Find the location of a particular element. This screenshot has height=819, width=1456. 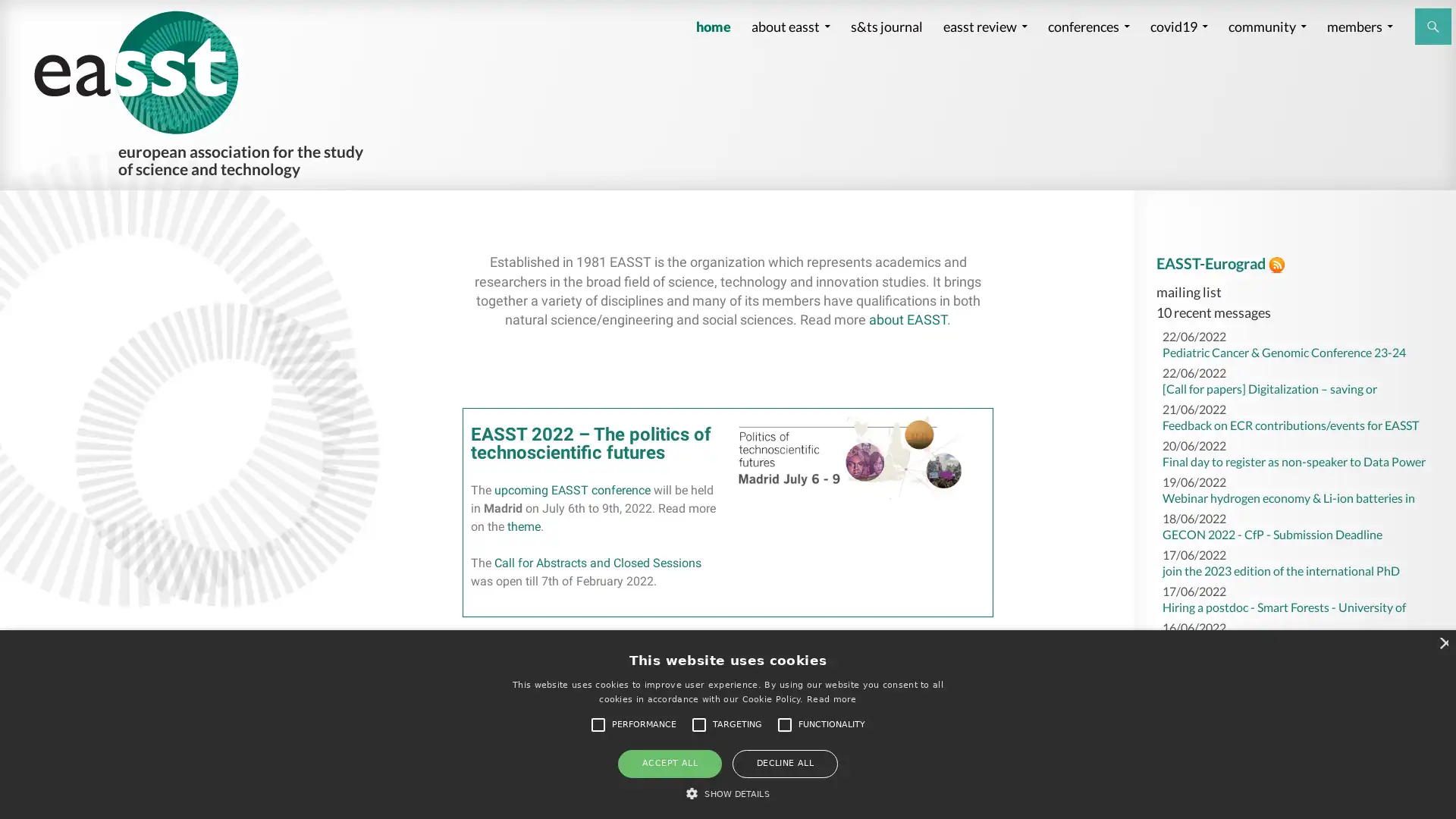

Close is located at coordinates (1442, 642).